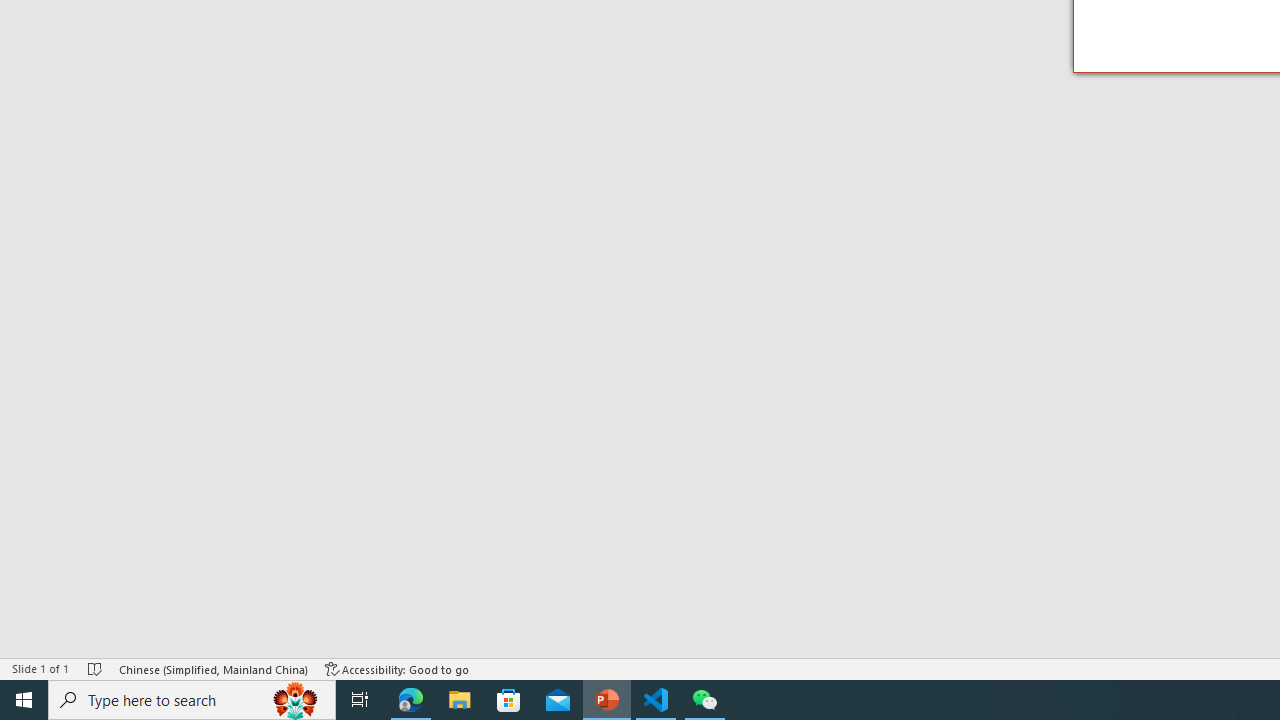 The width and height of the screenshot is (1280, 720). I want to click on 'Visual Studio Code - 1 running window', so click(656, 698).